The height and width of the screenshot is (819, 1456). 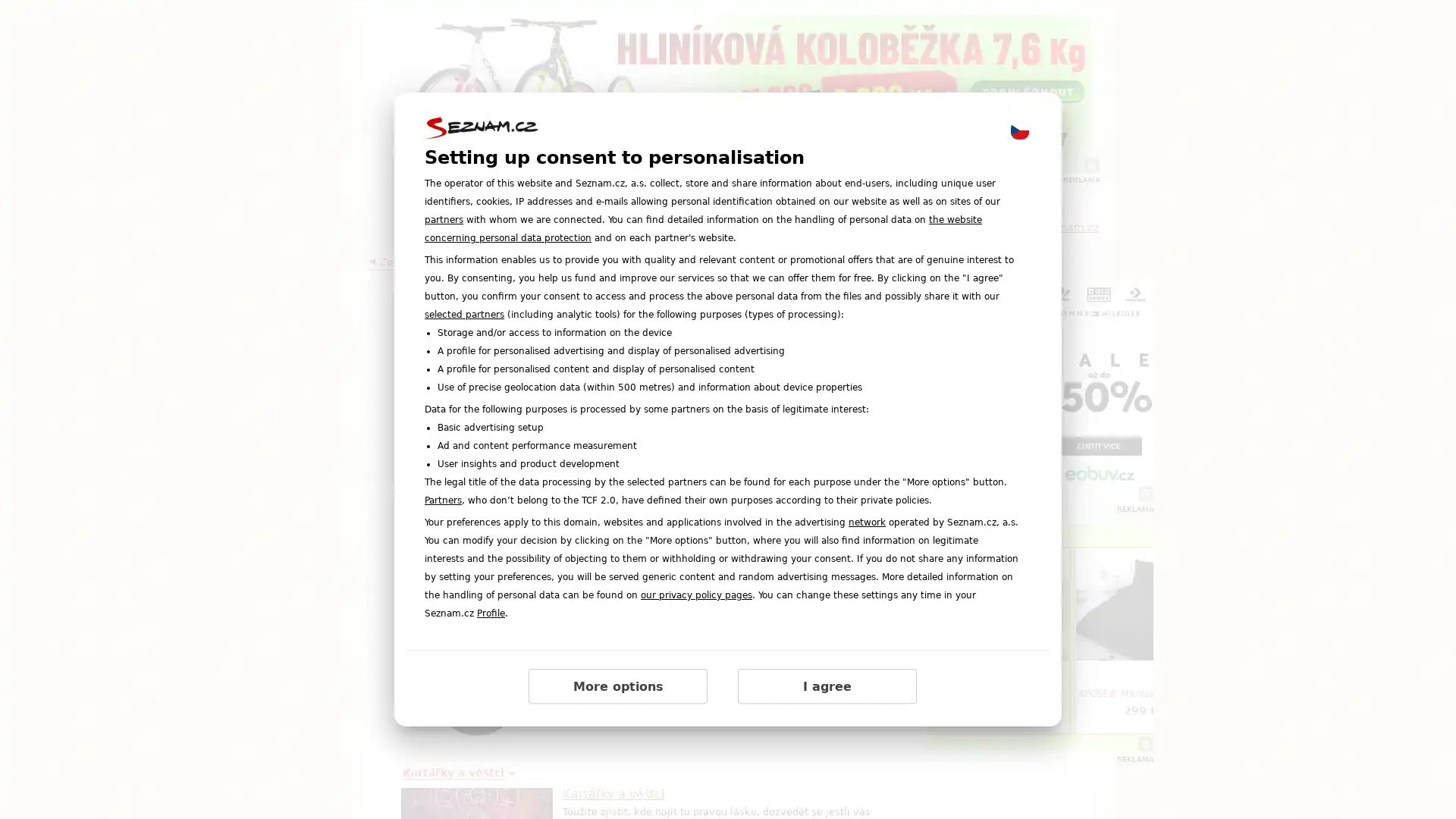 What do you see at coordinates (826, 686) in the screenshot?
I see `I agree` at bounding box center [826, 686].